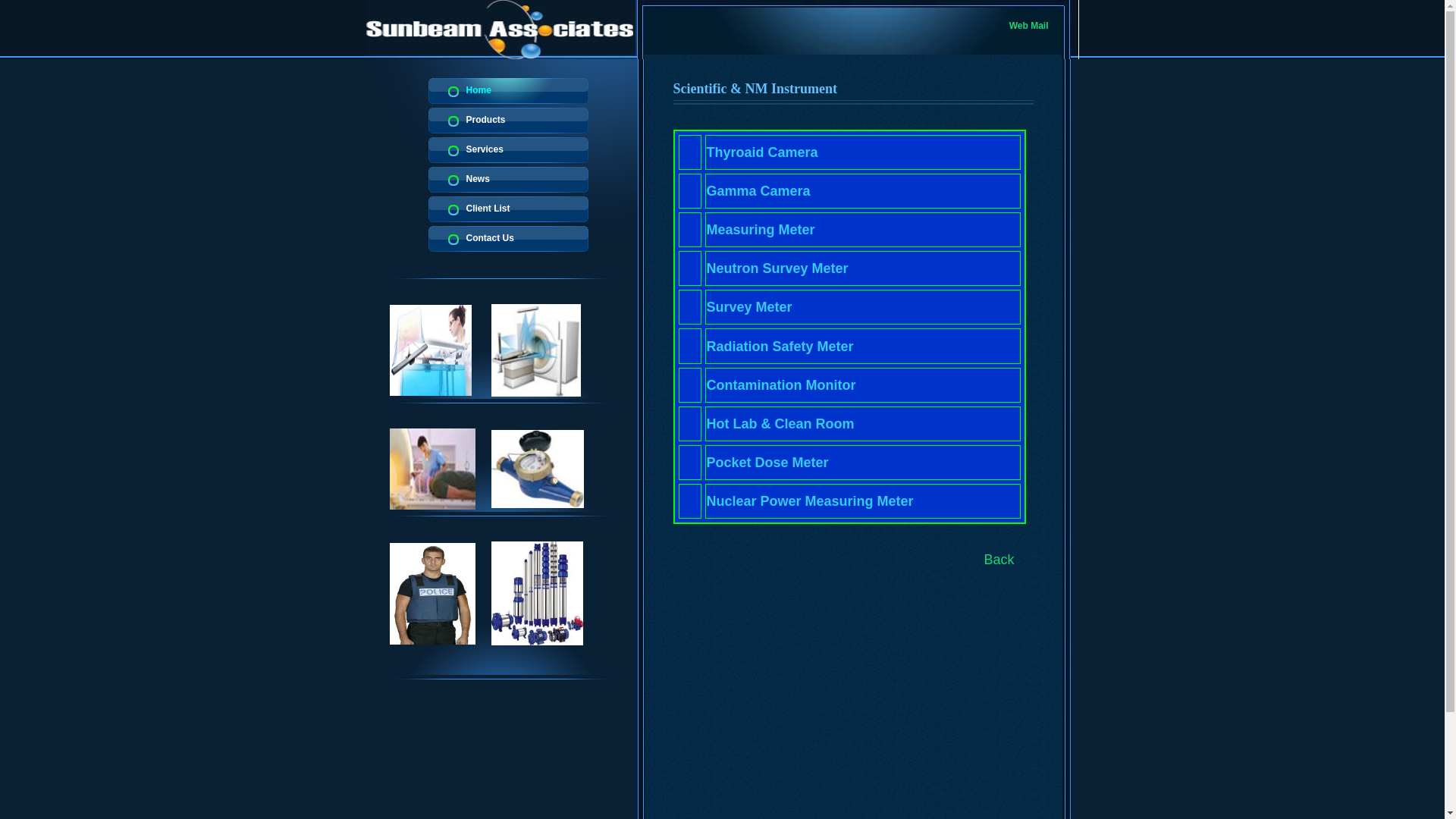  What do you see at coordinates (507, 119) in the screenshot?
I see `'Products'` at bounding box center [507, 119].